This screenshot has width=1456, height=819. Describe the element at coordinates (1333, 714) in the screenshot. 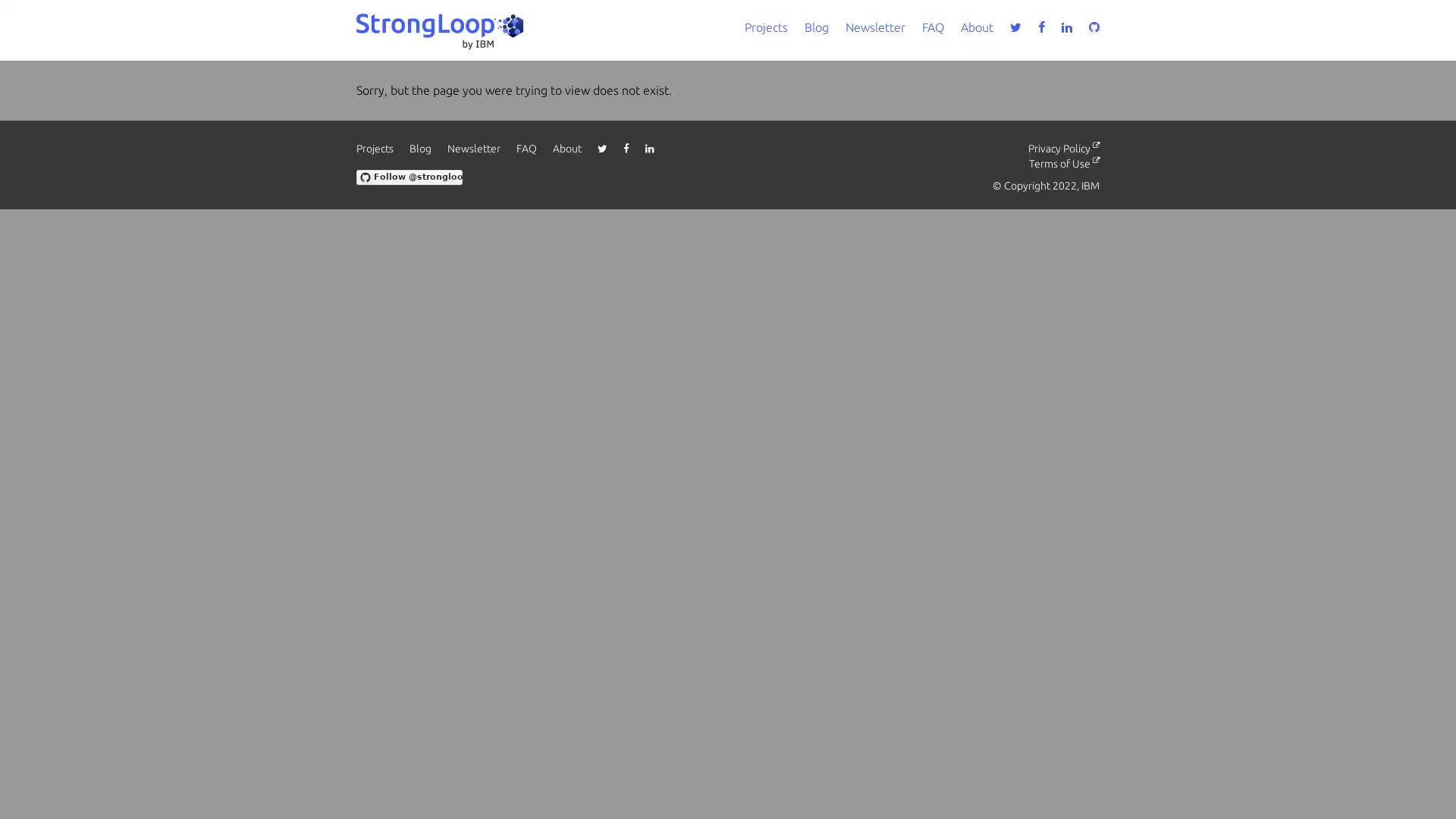

I see `Accept all` at that location.